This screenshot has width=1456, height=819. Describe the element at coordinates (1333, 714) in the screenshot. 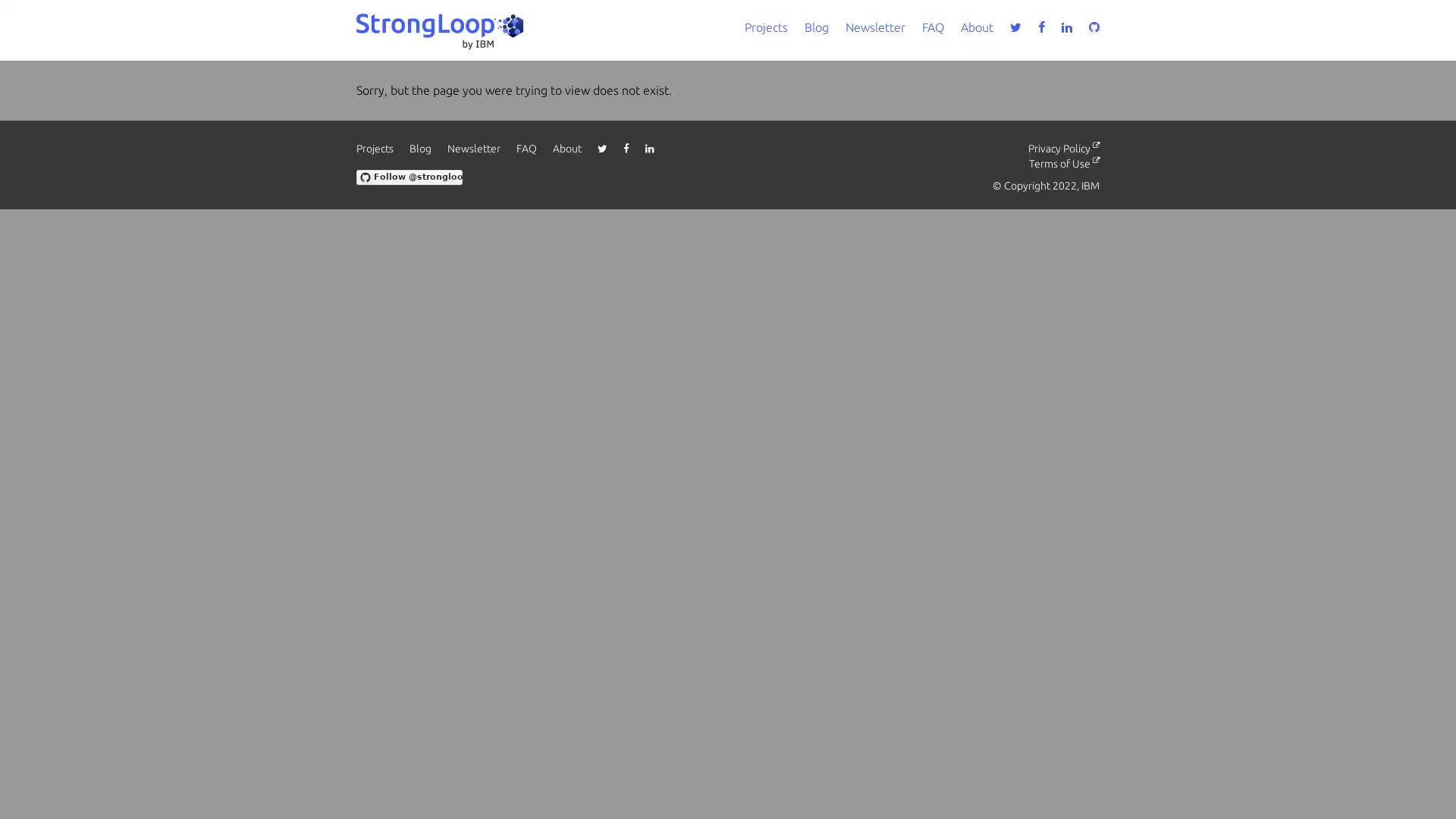

I see `Accept all` at that location.